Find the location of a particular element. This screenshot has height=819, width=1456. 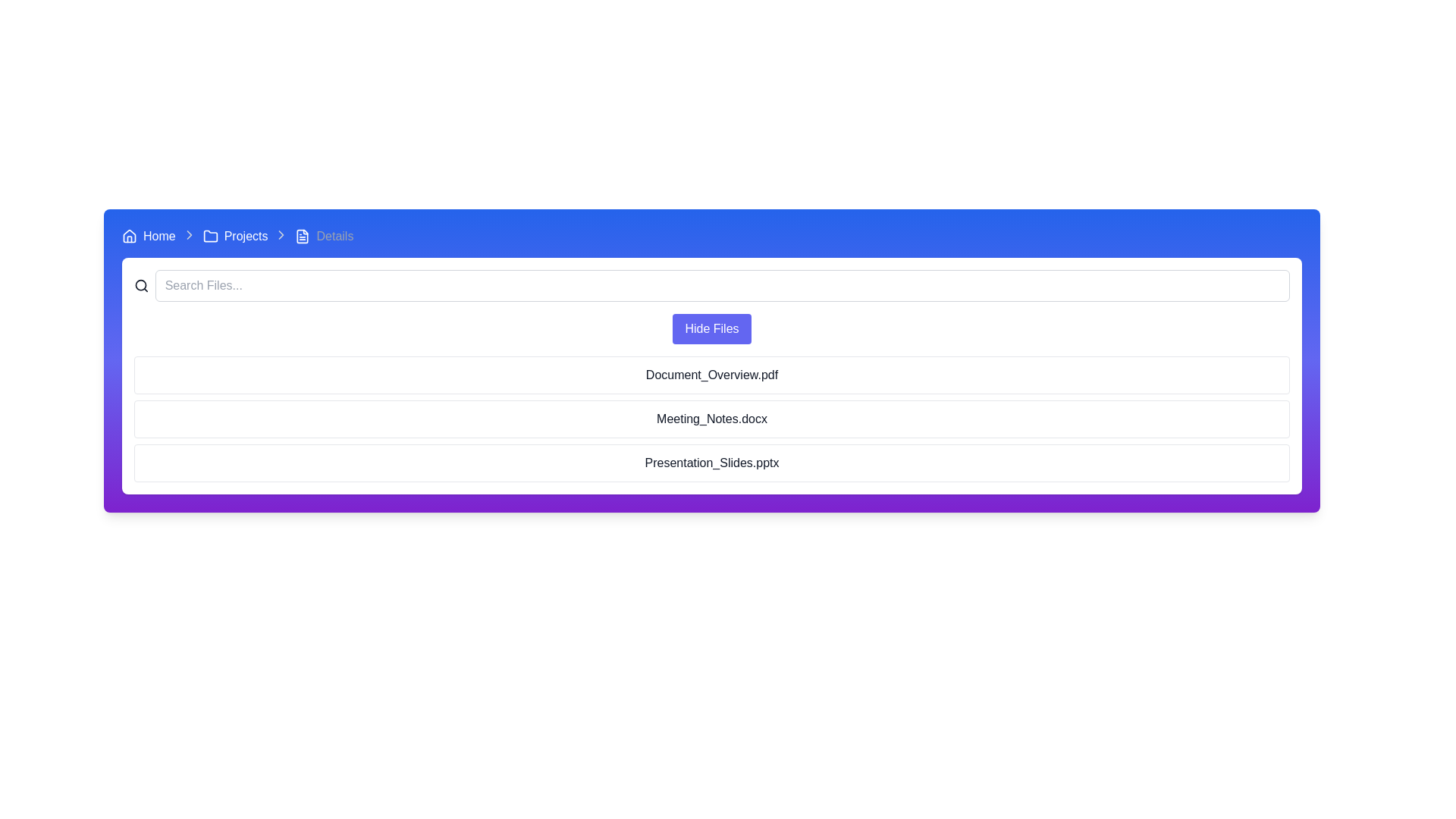

the navigation icon located at the far left of the navigation bar is located at coordinates (130, 237).